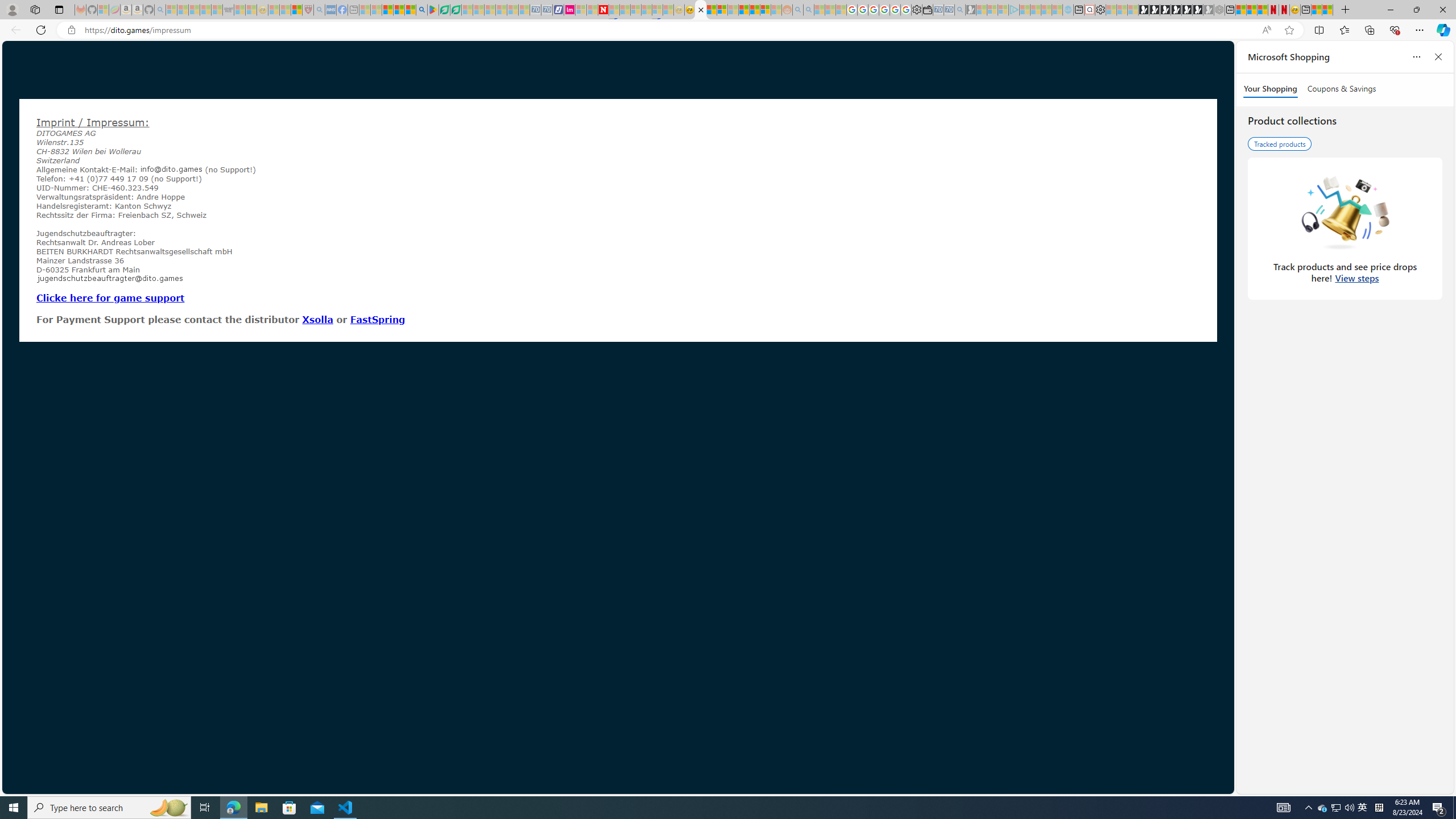 This screenshot has width=1456, height=819. I want to click on 'Expert Portfolios', so click(744, 9).